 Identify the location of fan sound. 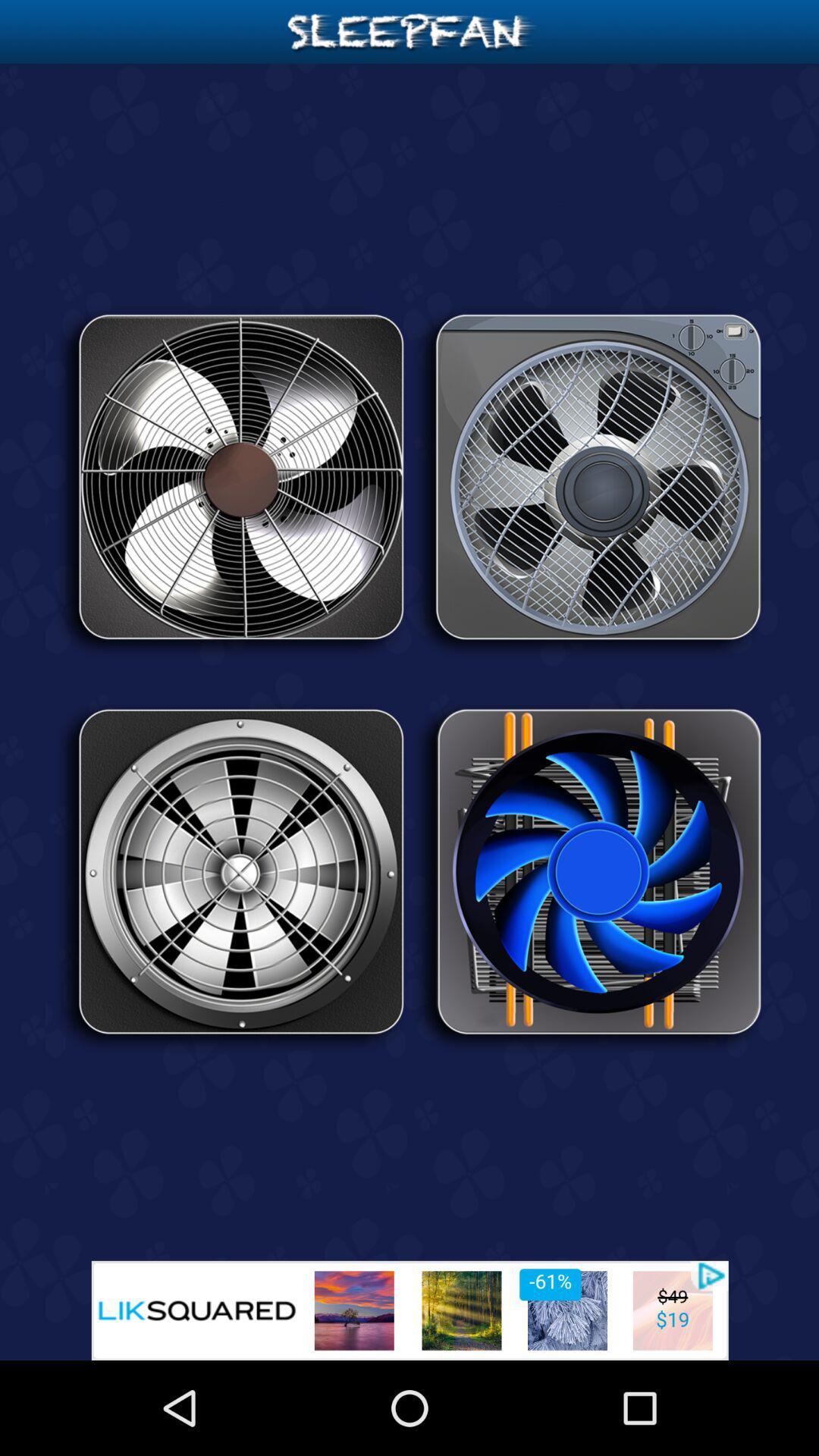
(587, 482).